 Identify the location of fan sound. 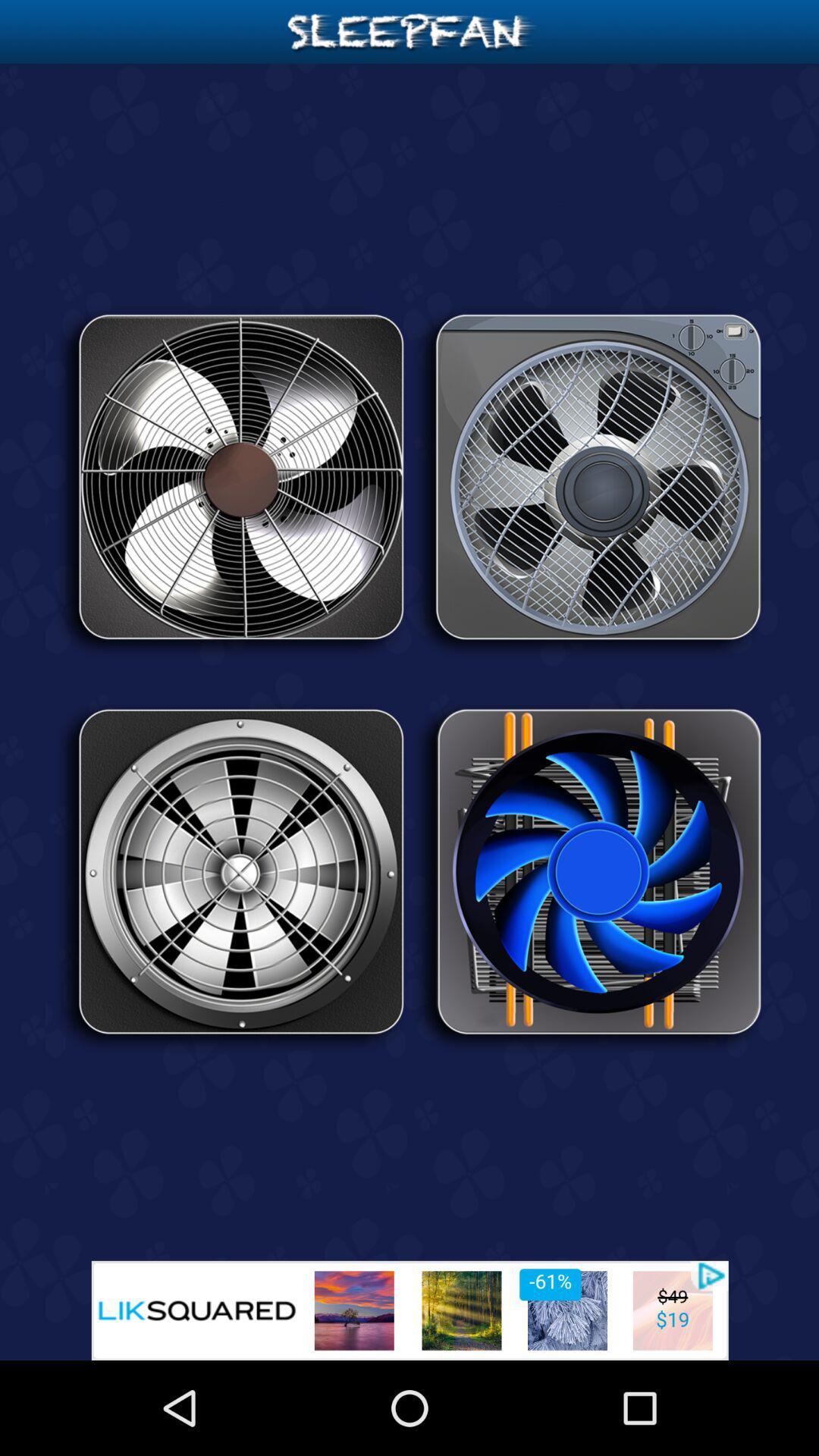
(587, 482).